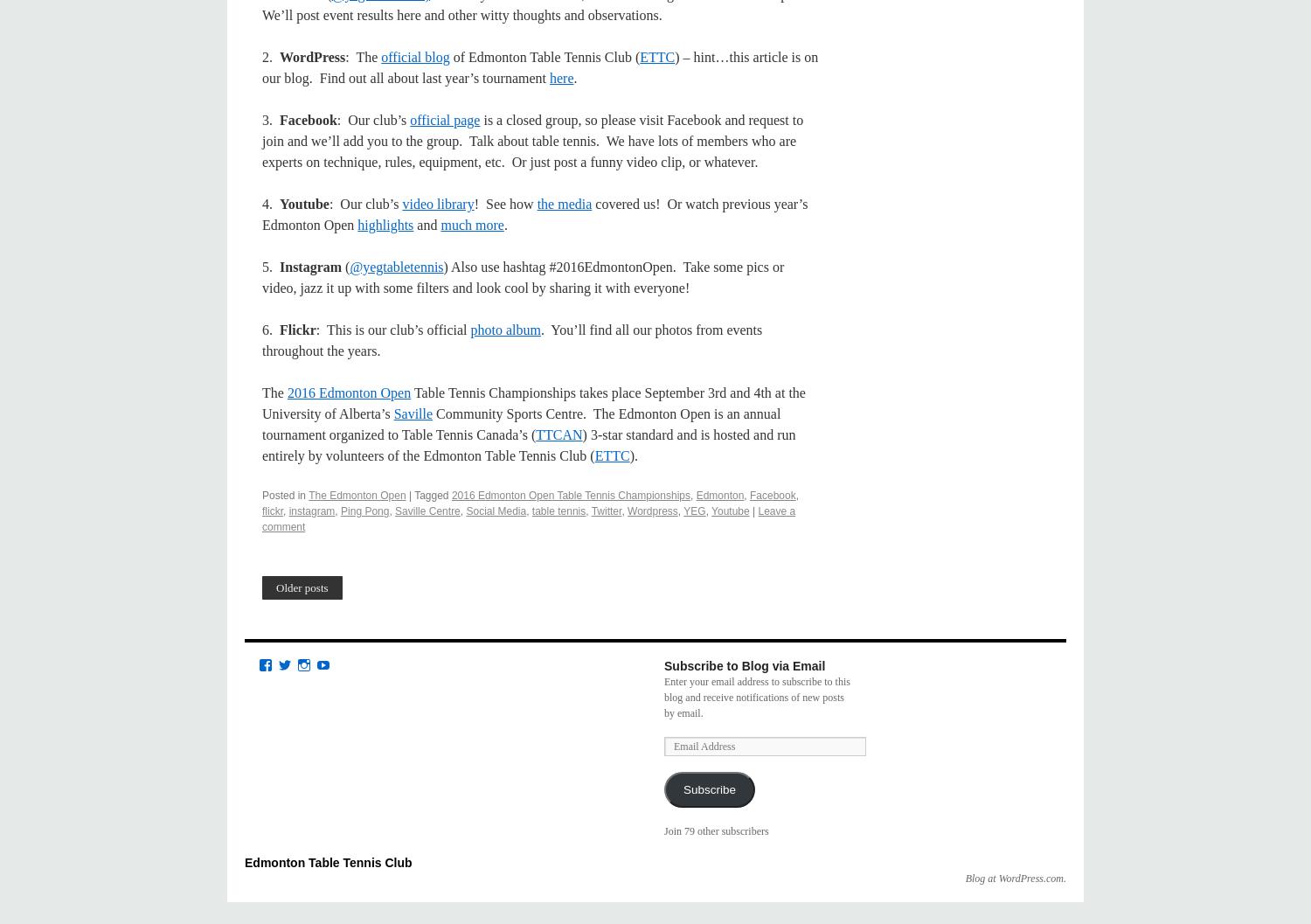 This screenshot has height=924, width=1311. What do you see at coordinates (315, 330) in the screenshot?
I see `':  This is our club’s official'` at bounding box center [315, 330].